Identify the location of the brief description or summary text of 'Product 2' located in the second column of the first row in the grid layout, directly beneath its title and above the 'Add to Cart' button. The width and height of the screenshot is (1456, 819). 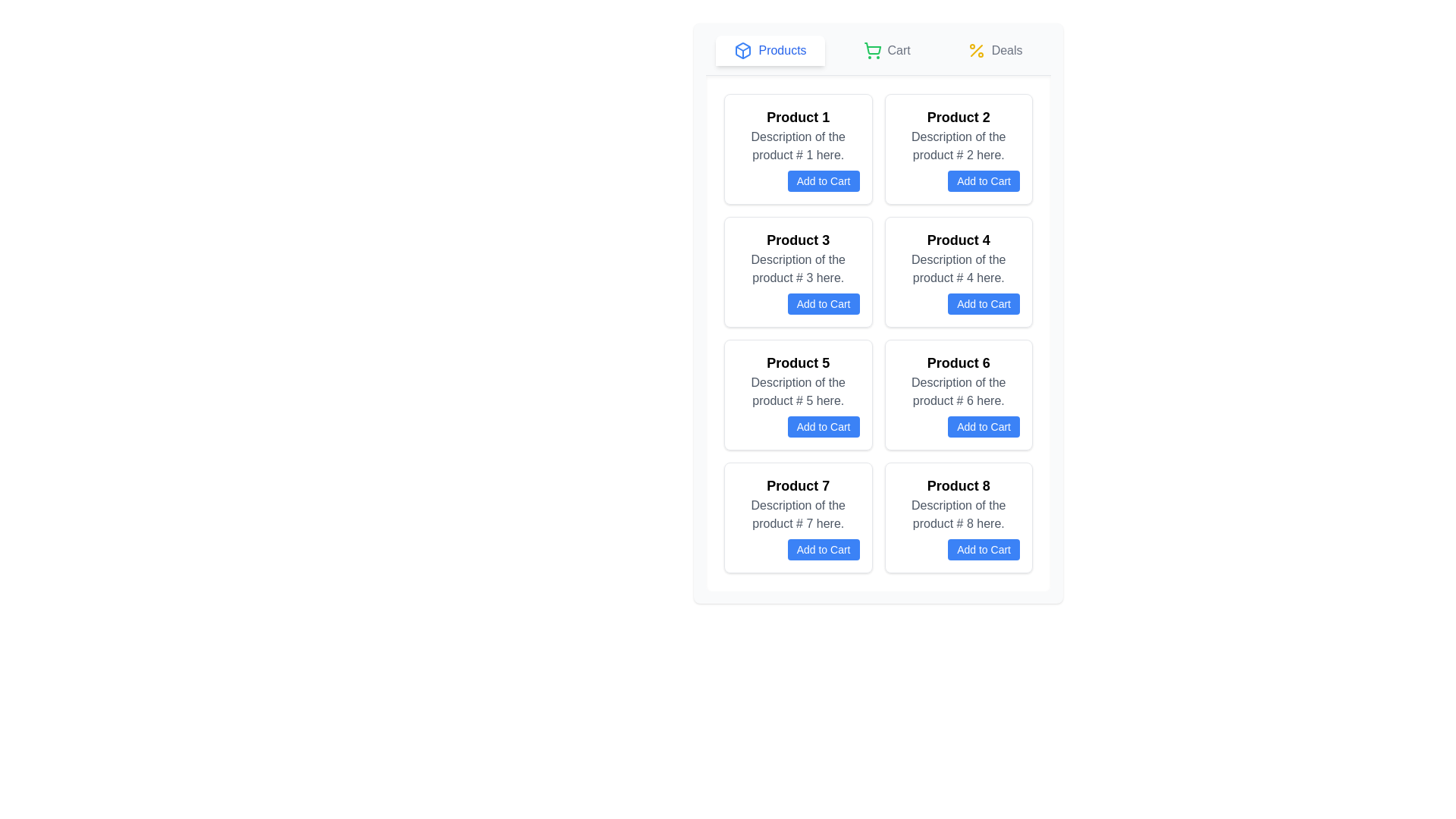
(958, 146).